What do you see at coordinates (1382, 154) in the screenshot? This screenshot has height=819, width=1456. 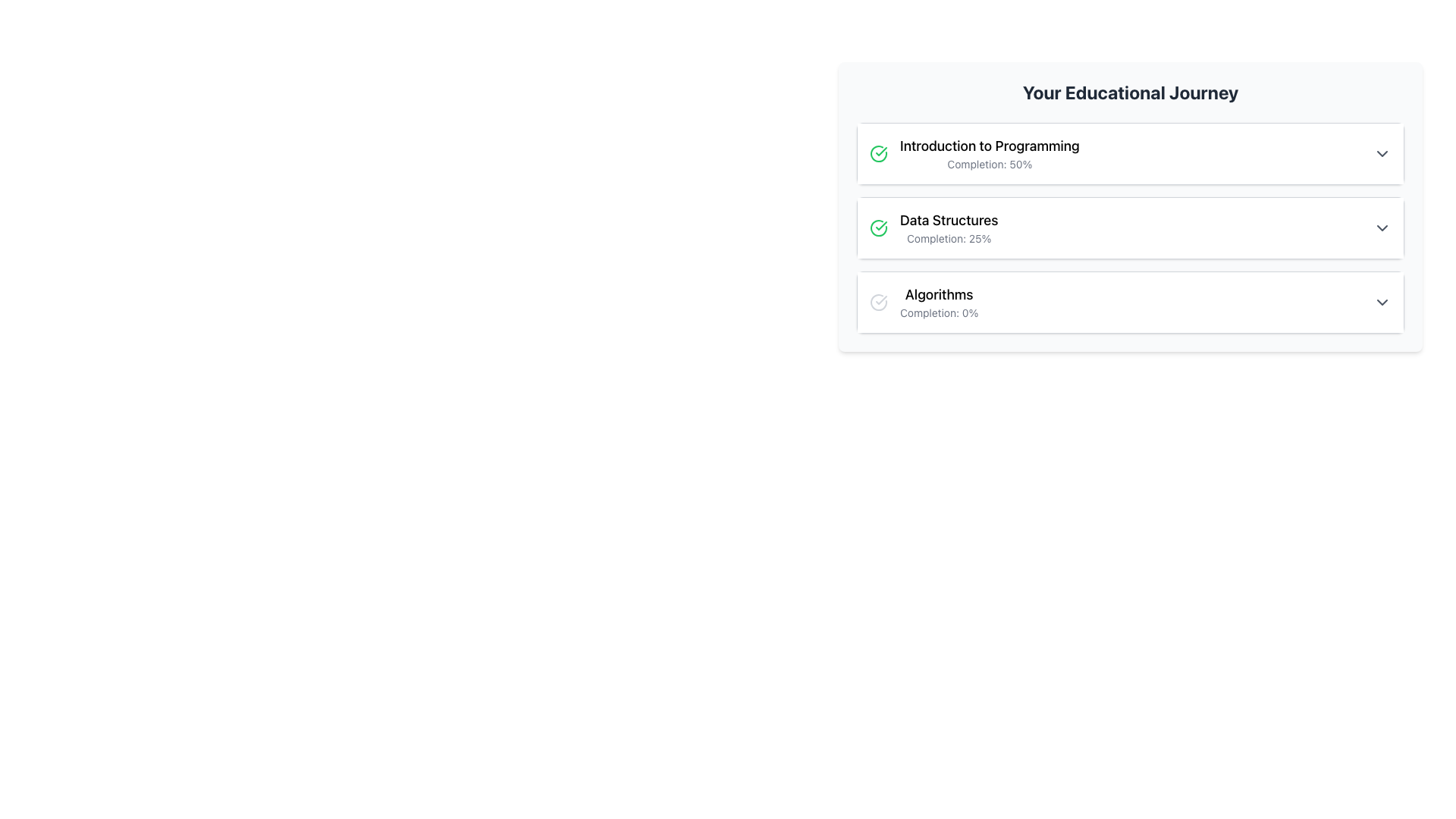 I see `the downward arrow icon (chevron-down) at the rightmost end of the 'Introduction to Programming' section` at bounding box center [1382, 154].